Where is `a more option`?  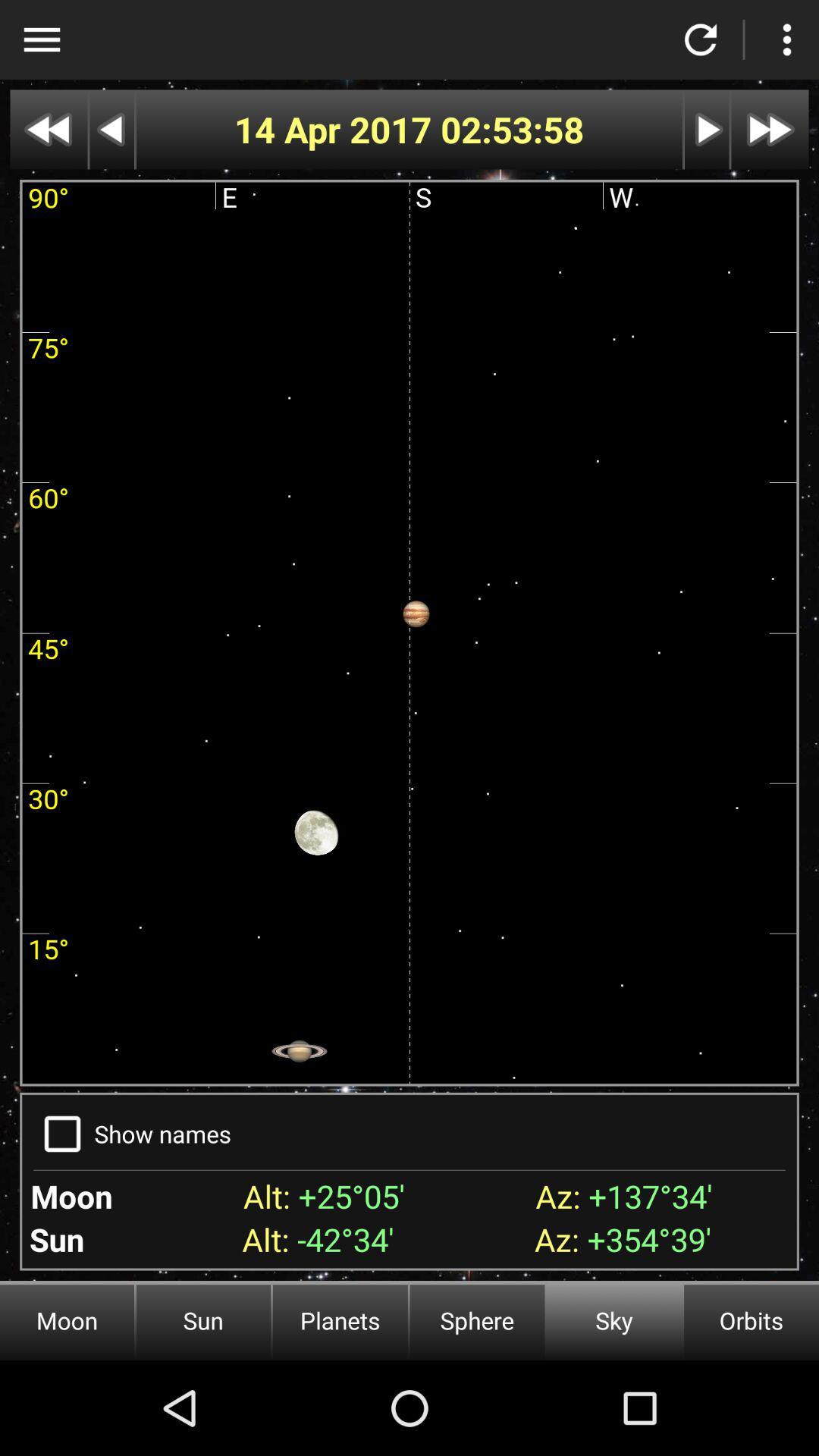
a more option is located at coordinates (41, 39).